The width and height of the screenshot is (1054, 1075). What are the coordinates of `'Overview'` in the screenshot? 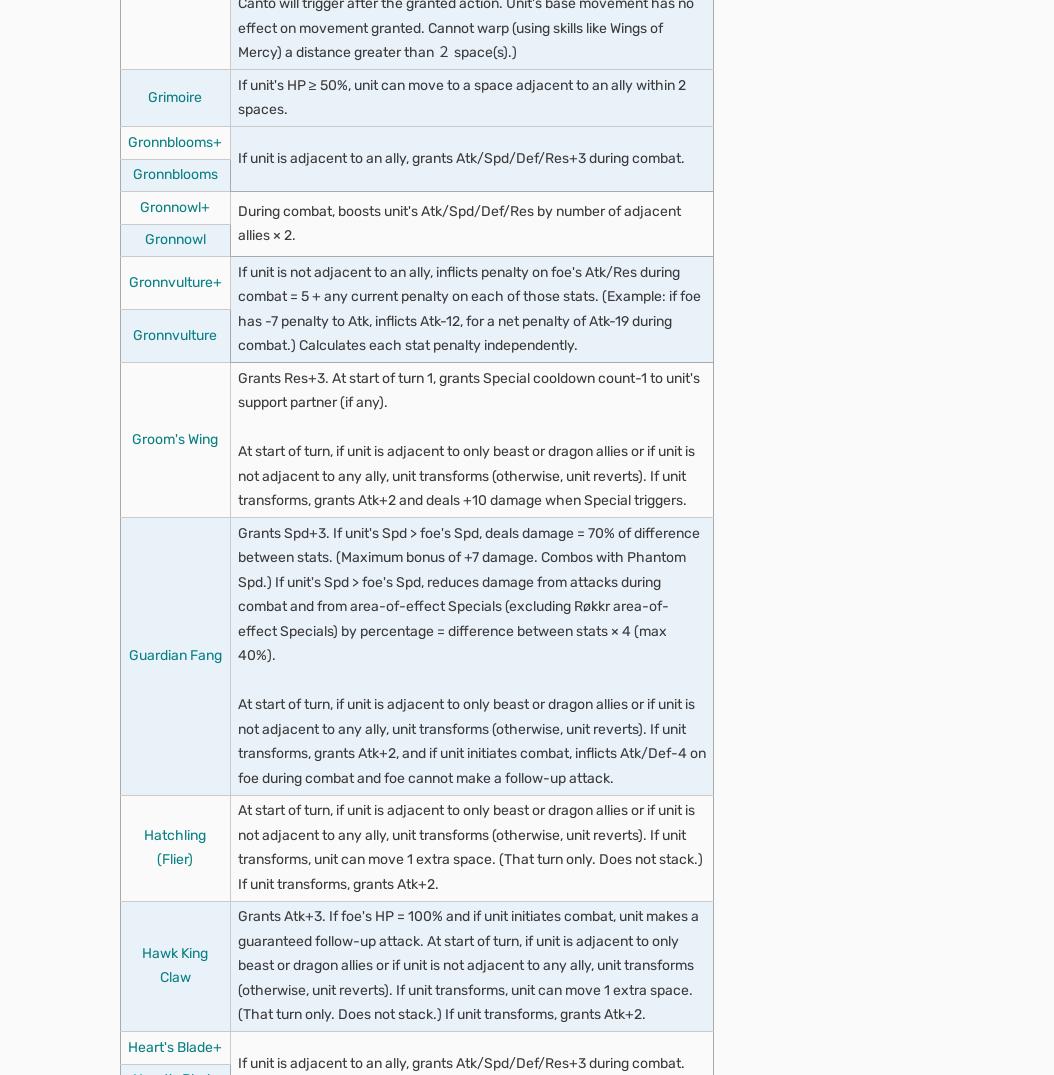 It's located at (115, 102).